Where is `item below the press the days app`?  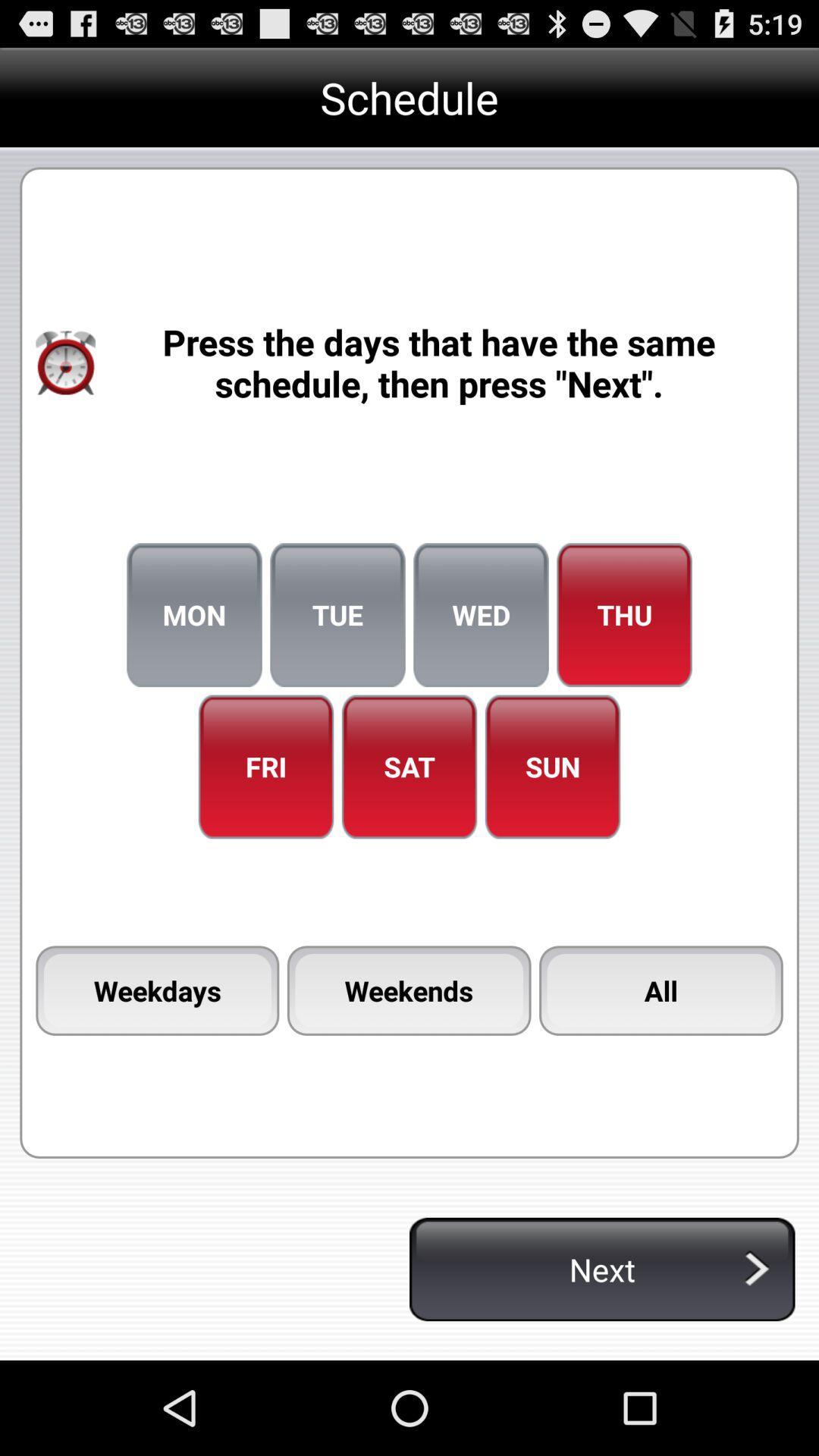
item below the press the days app is located at coordinates (624, 615).